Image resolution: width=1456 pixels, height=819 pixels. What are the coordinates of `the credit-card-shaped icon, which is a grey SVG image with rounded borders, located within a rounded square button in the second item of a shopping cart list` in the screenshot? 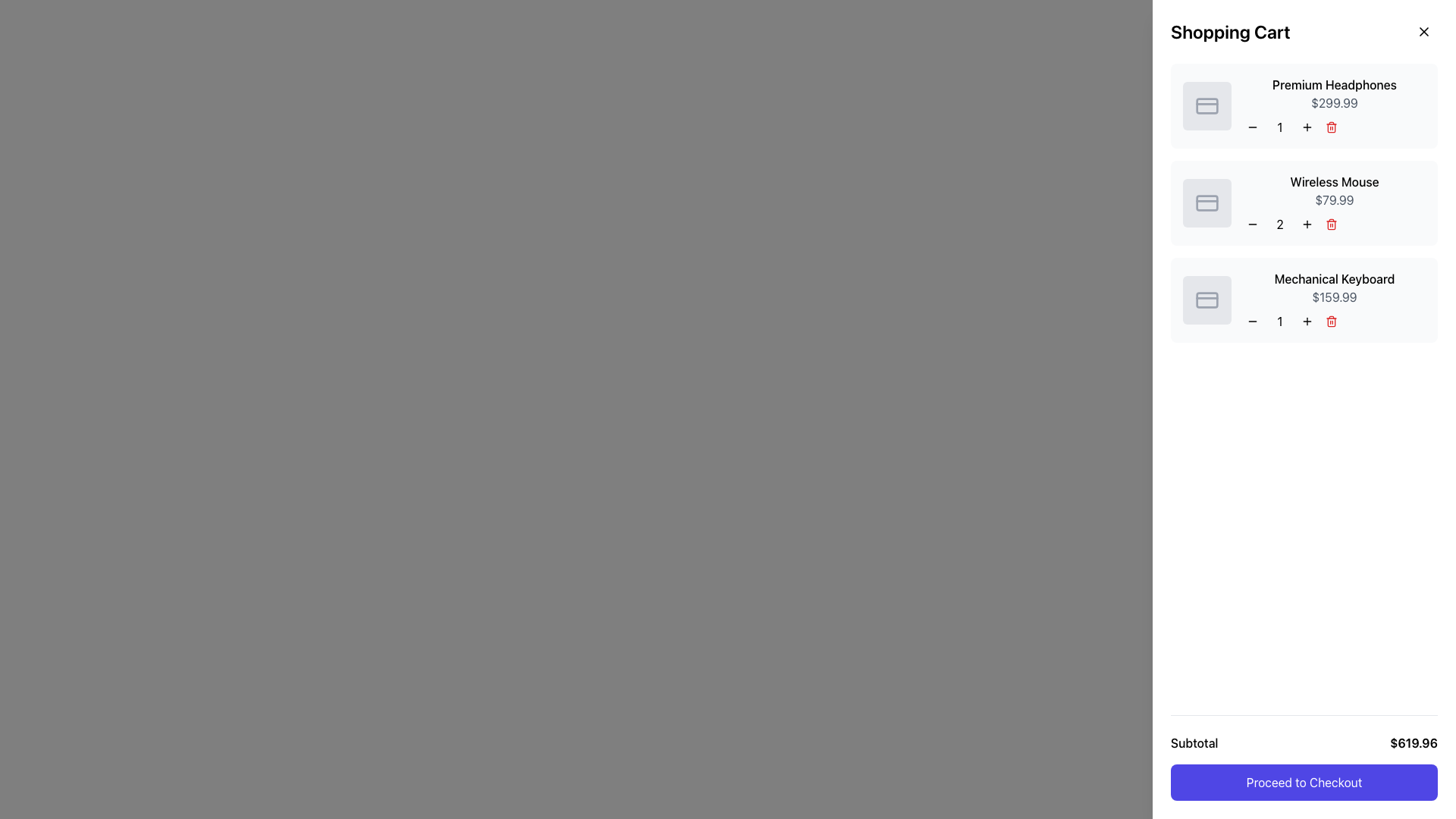 It's located at (1207, 202).